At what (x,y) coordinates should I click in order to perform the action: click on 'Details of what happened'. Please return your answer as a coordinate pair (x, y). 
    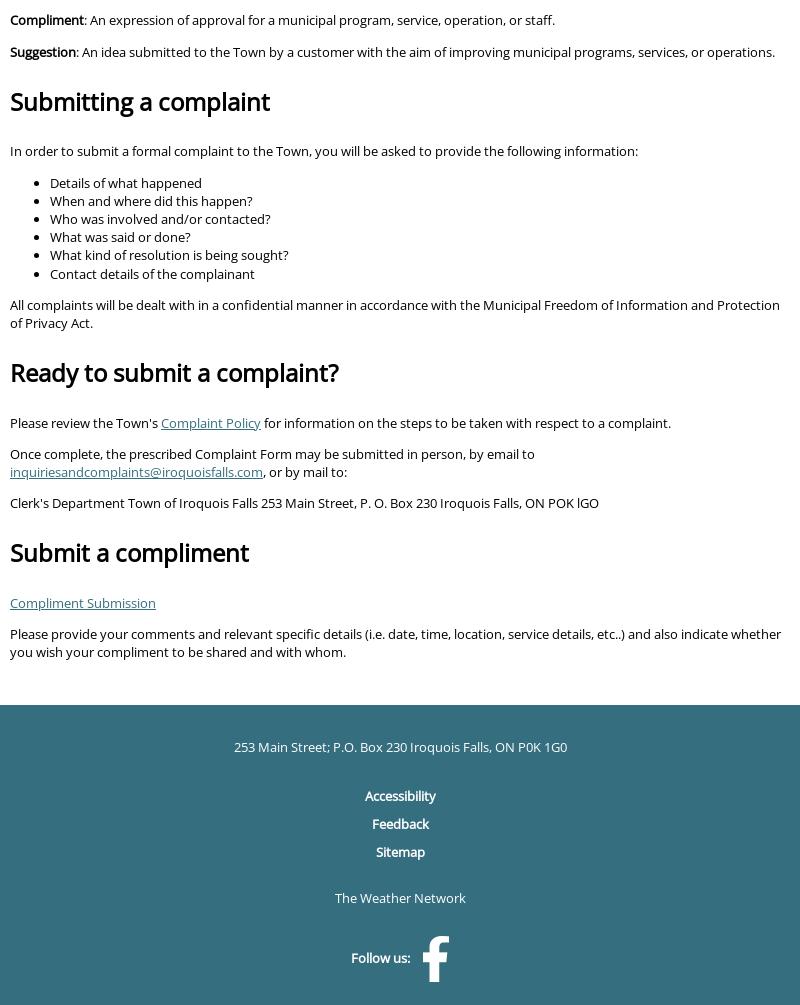
    Looking at the image, I should click on (49, 181).